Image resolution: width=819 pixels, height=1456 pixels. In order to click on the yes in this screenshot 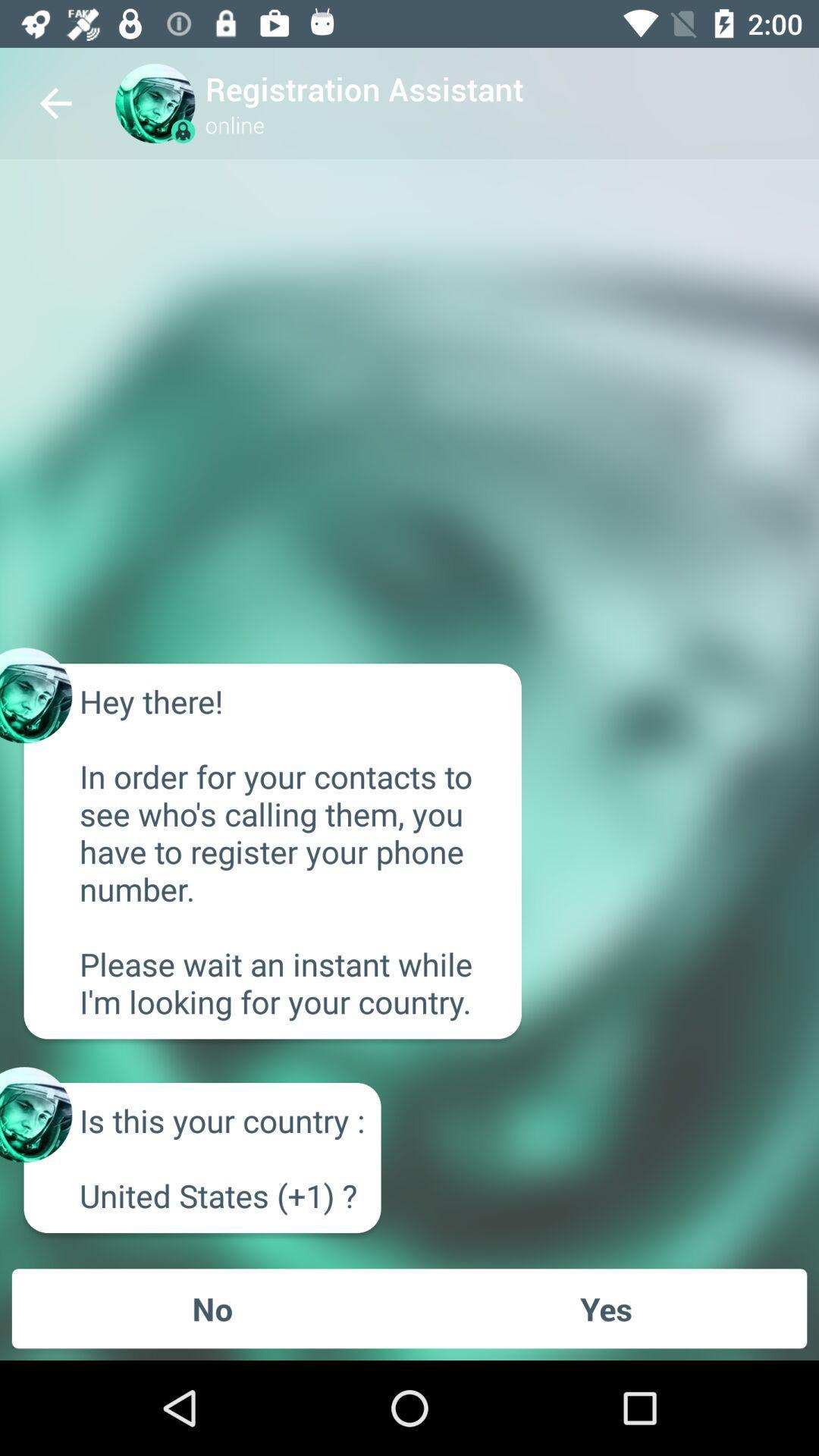, I will do `click(605, 1307)`.